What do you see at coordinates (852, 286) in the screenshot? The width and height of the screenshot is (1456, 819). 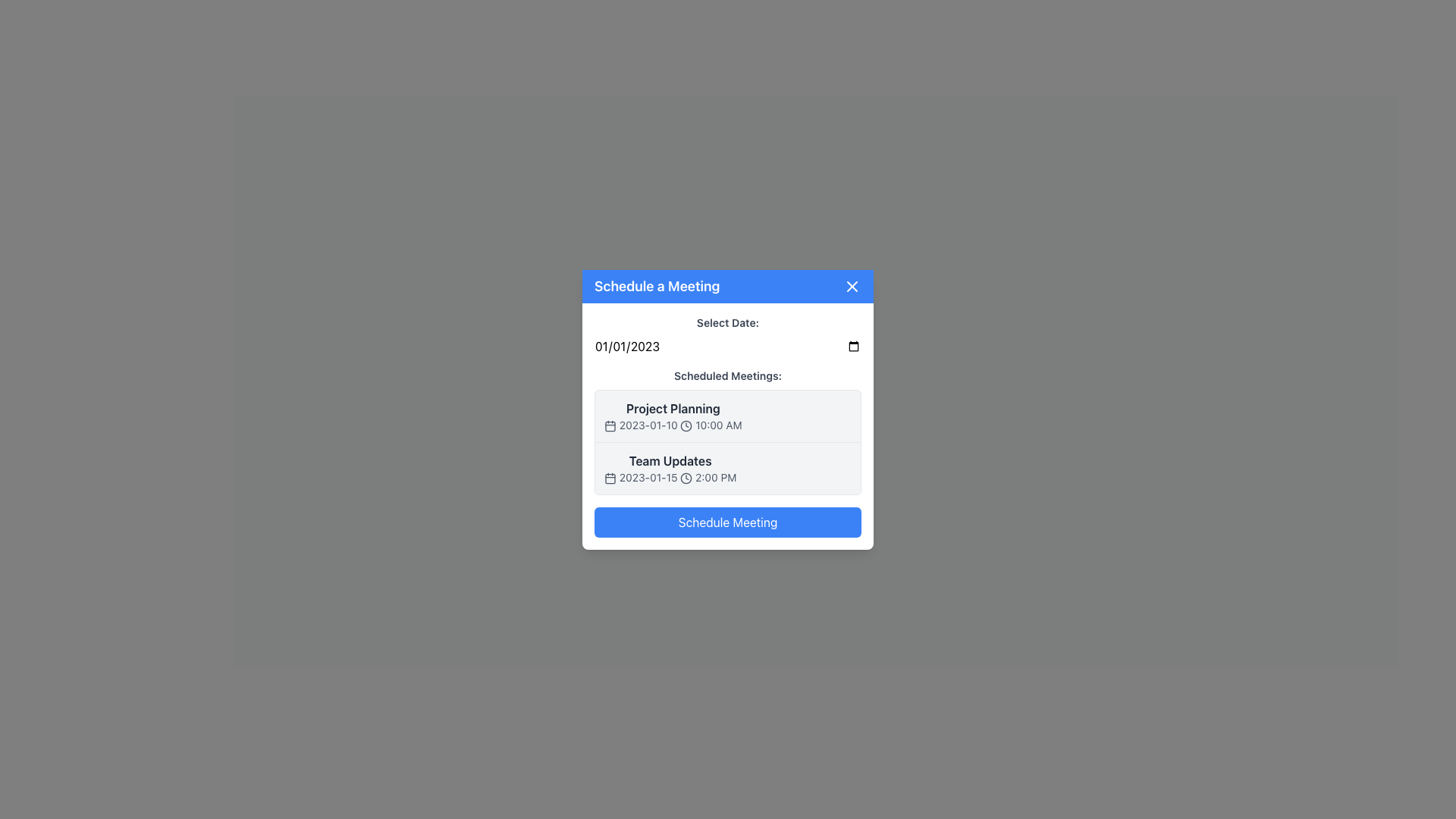 I see `the close button located in the top-right corner of the blue header bar of the modal titled 'Schedule a Meeting'` at bounding box center [852, 286].